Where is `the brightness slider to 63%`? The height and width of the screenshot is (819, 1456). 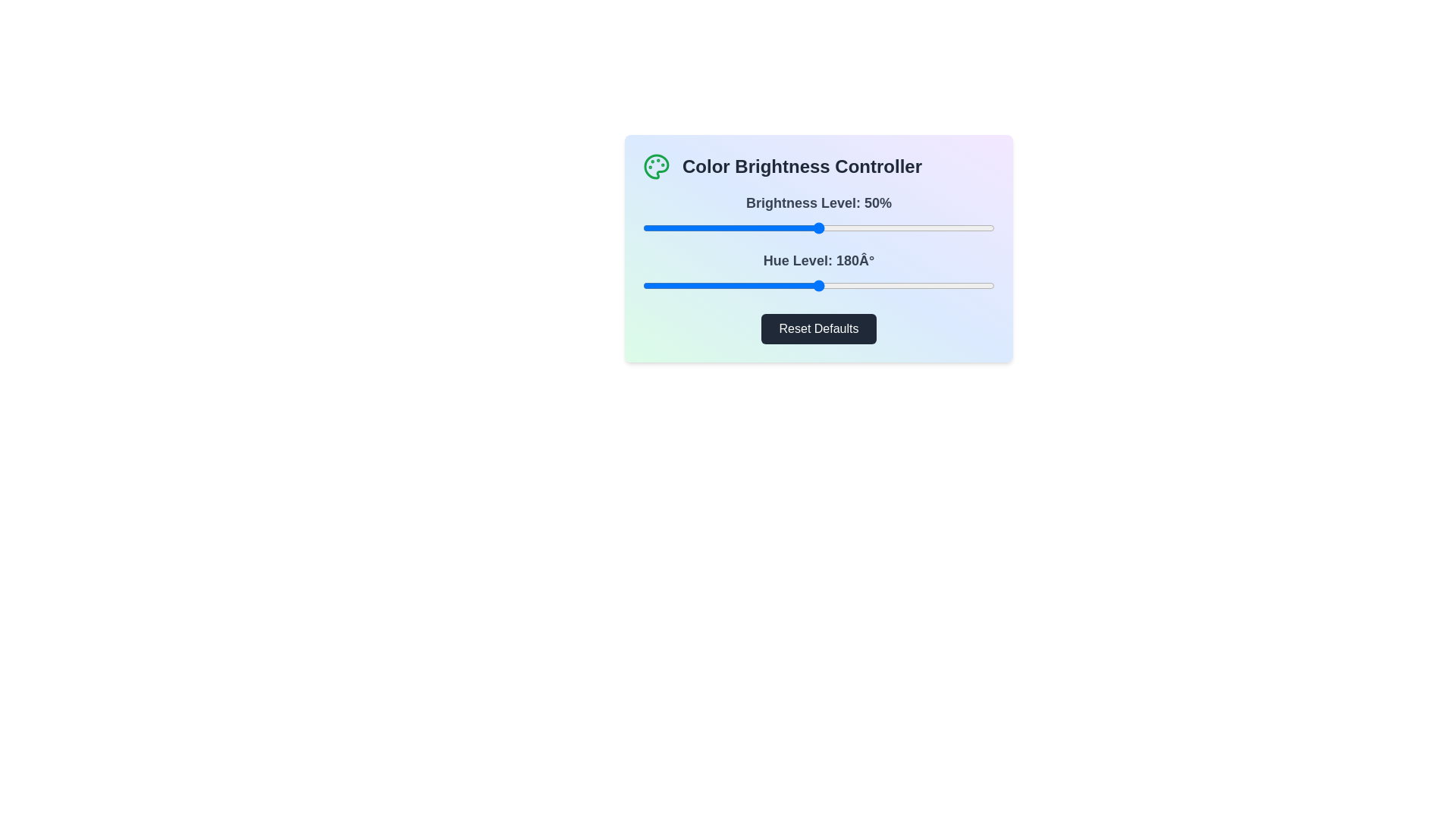
the brightness slider to 63% is located at coordinates (864, 227).